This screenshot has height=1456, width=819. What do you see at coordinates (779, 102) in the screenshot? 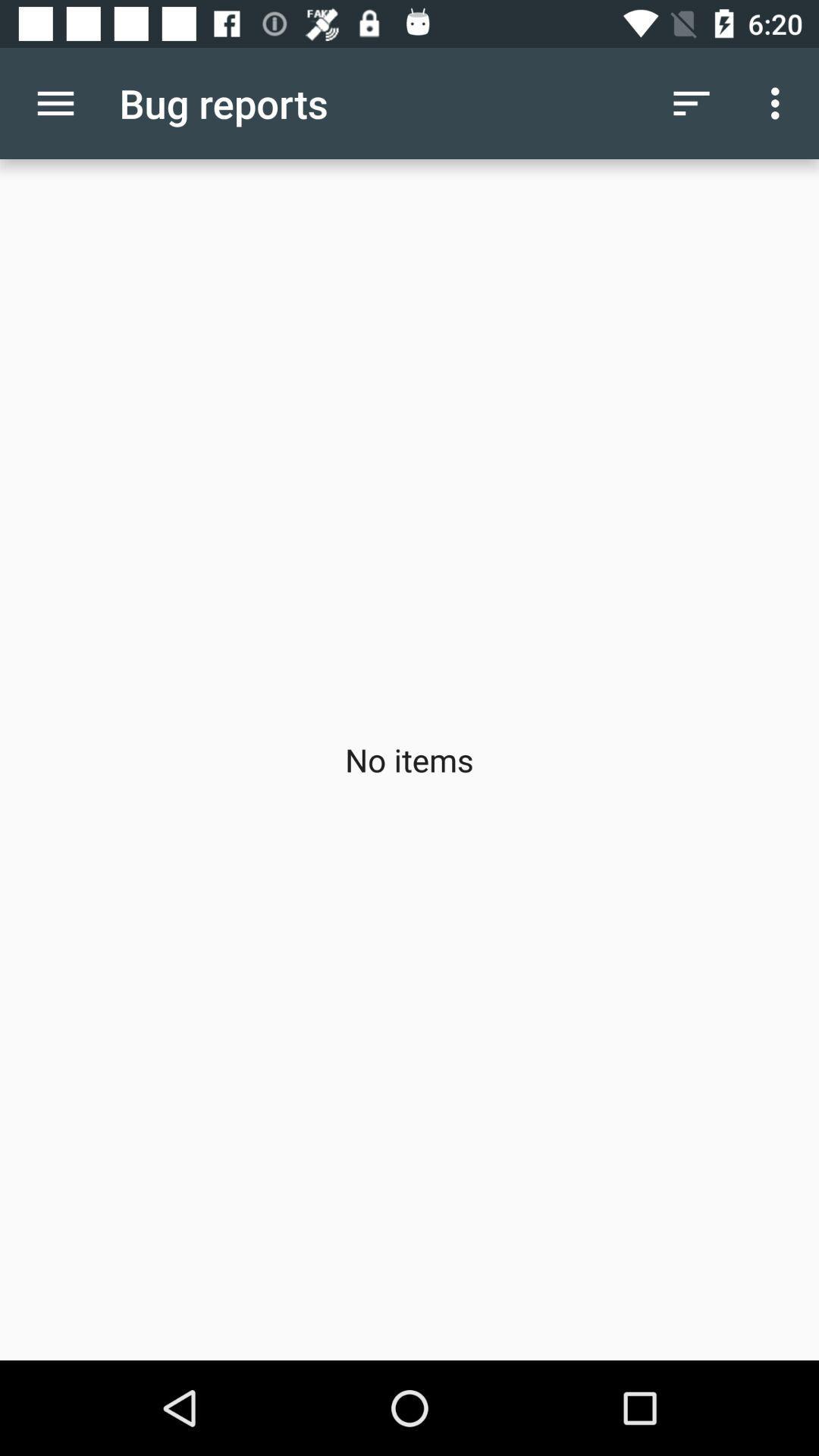
I see `item above no items icon` at bounding box center [779, 102].